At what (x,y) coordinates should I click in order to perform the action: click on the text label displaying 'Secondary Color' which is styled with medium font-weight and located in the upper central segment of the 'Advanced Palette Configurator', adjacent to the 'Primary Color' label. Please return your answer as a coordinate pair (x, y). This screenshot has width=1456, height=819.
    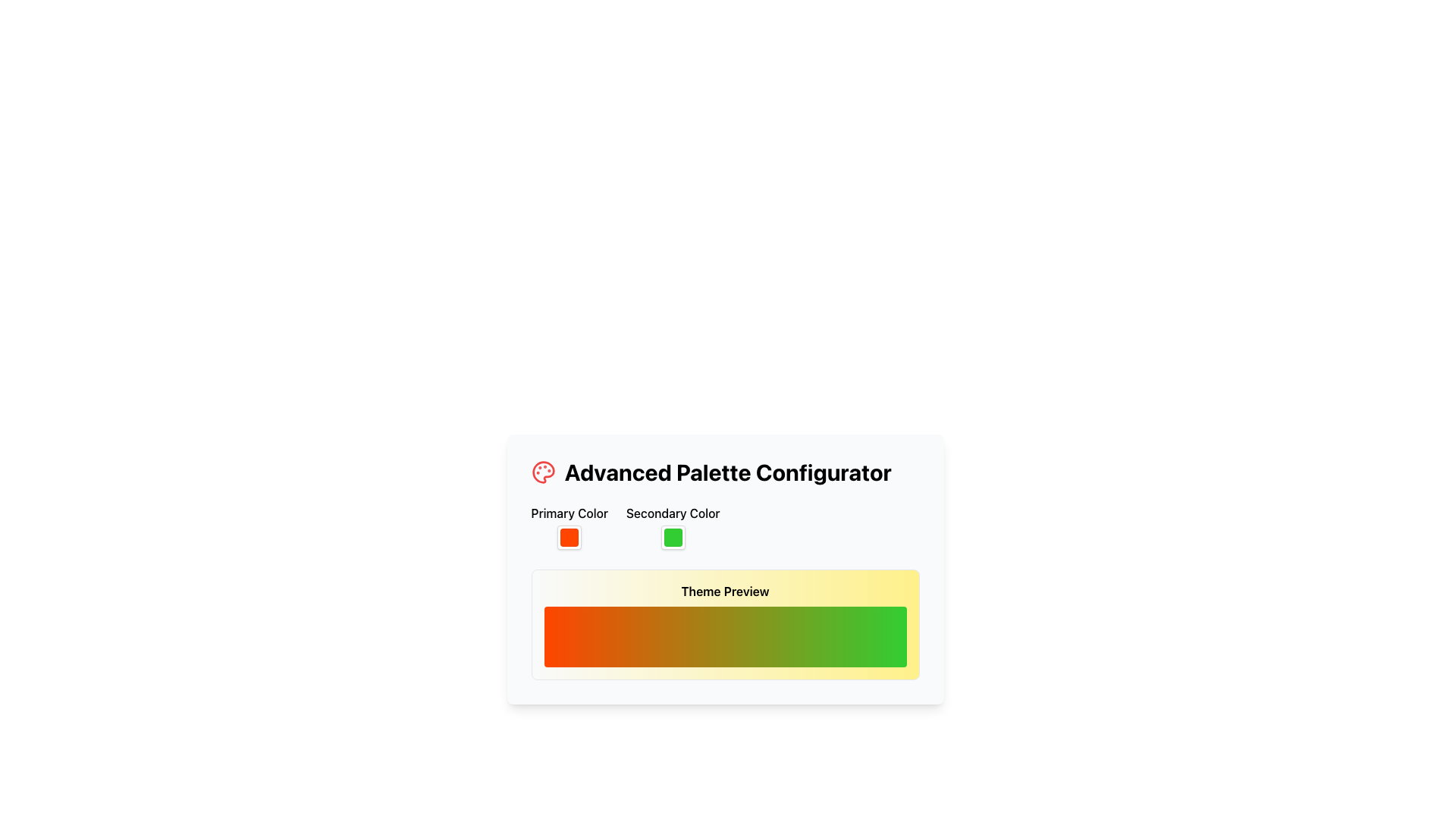
    Looking at the image, I should click on (672, 513).